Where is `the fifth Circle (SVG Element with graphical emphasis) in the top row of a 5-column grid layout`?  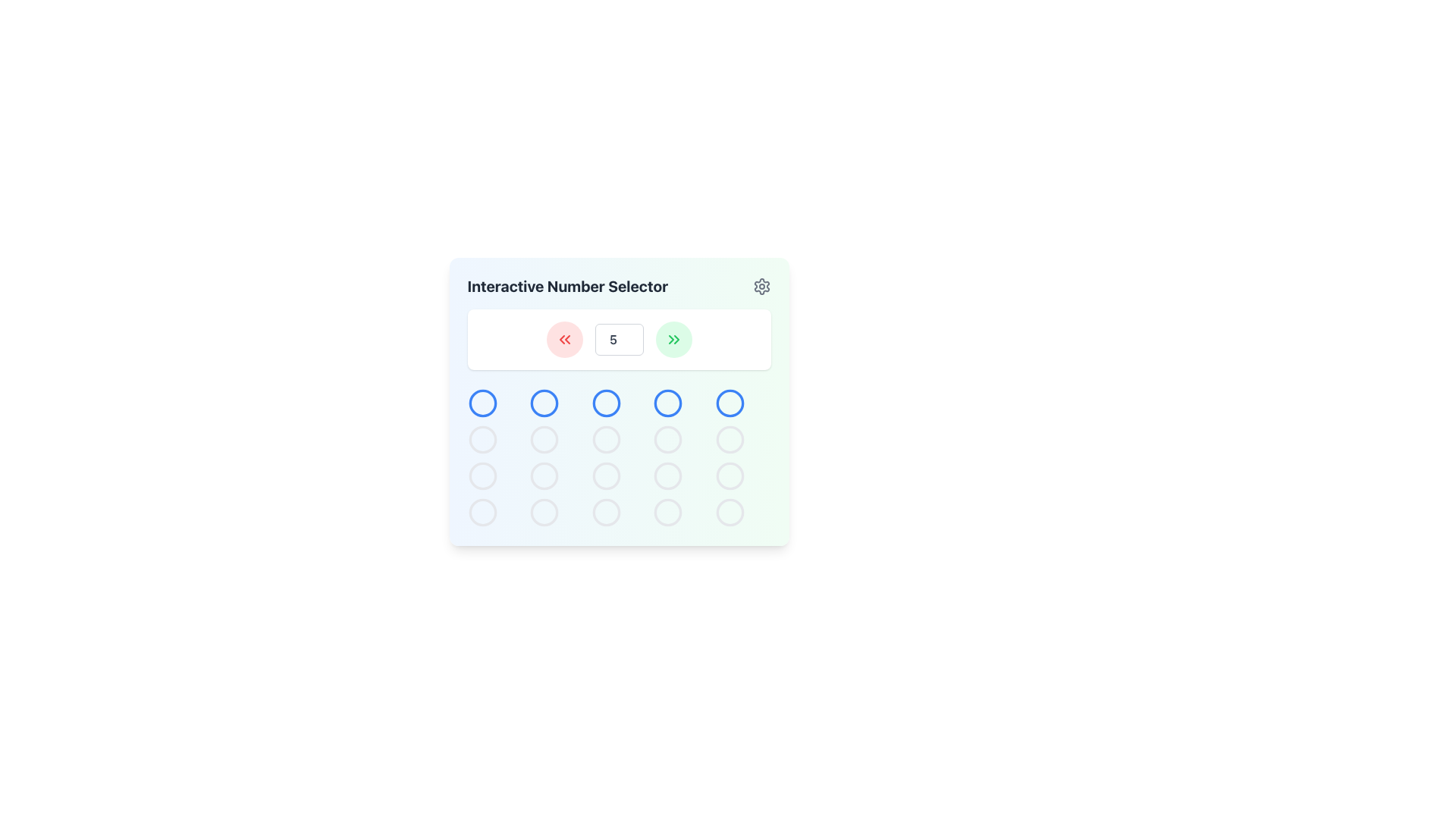 the fifth Circle (SVG Element with graphical emphasis) in the top row of a 5-column grid layout is located at coordinates (730, 403).